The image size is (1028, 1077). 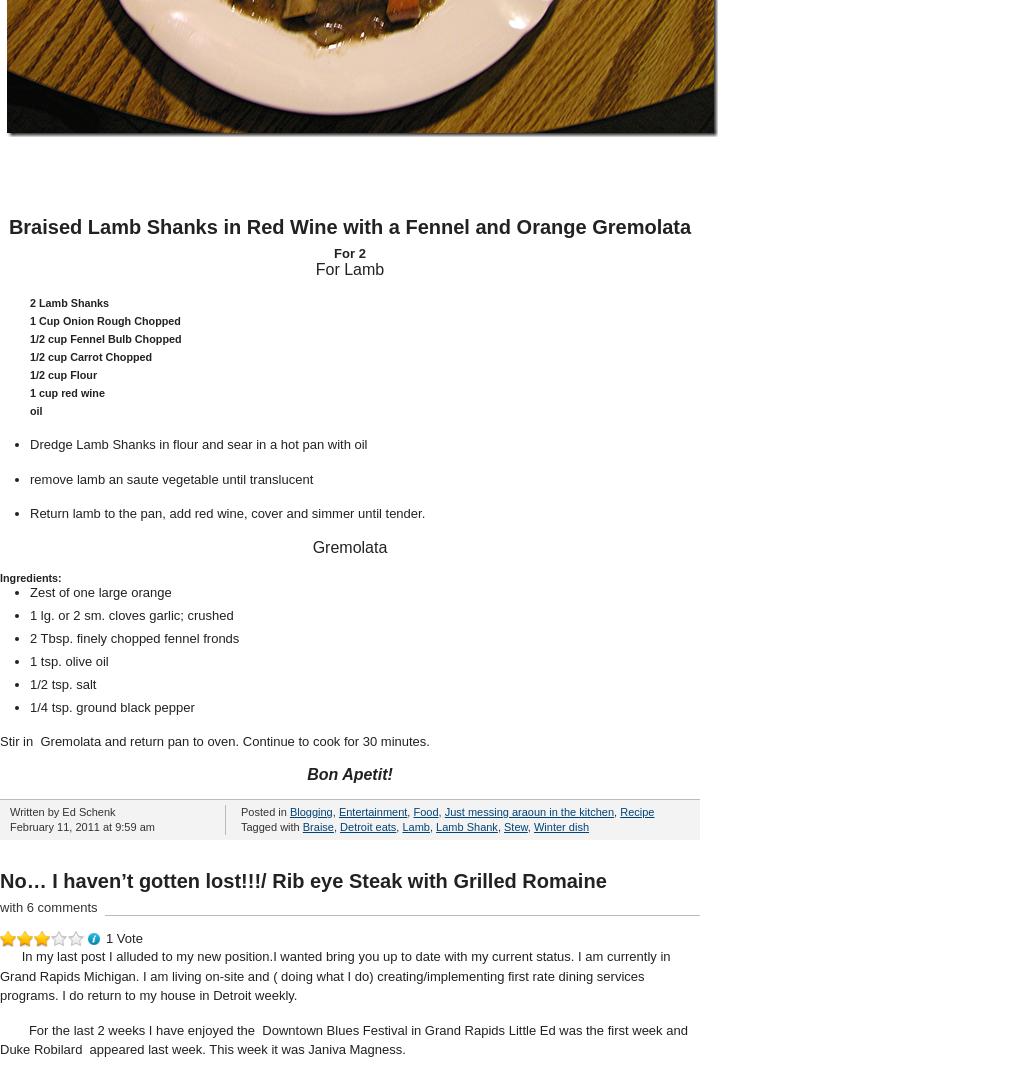 What do you see at coordinates (8, 227) in the screenshot?
I see `'Braised Lamb Shanks in Red Wine with a Fennel and Orange Gremolata'` at bounding box center [8, 227].